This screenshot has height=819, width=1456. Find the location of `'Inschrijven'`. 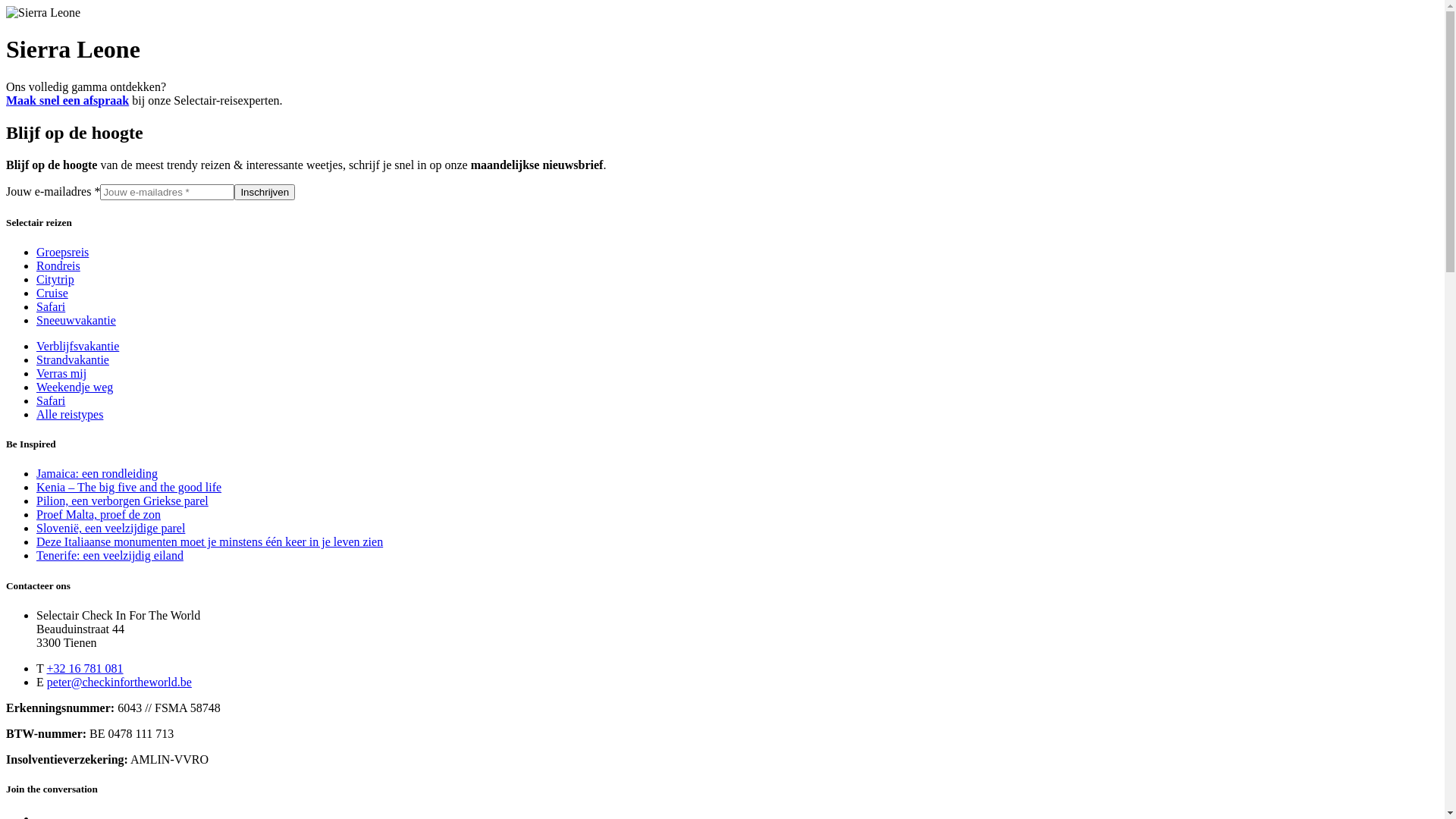

'Inschrijven' is located at coordinates (265, 191).